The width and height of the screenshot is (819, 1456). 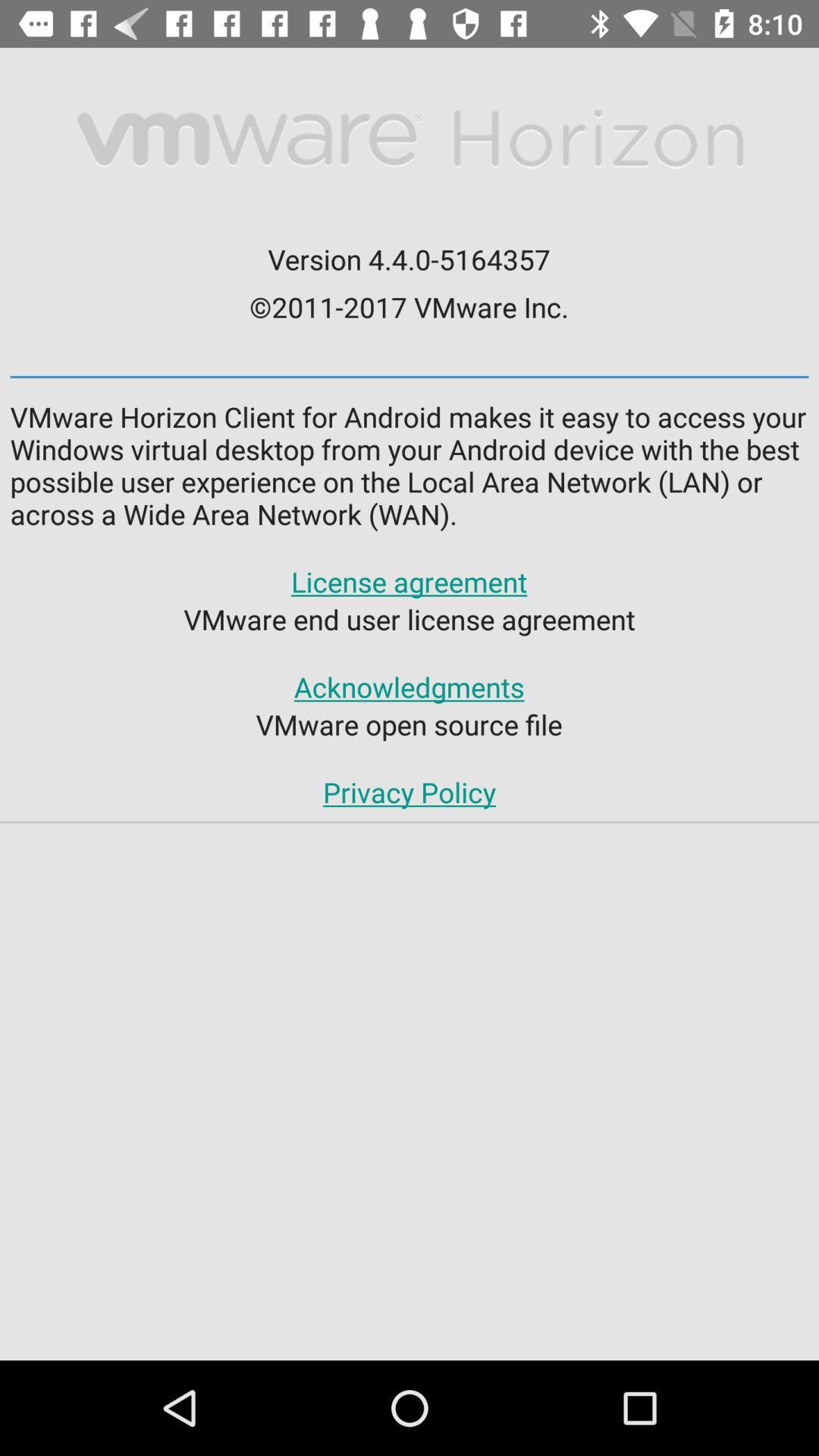 What do you see at coordinates (409, 464) in the screenshot?
I see `vmware horizon client item` at bounding box center [409, 464].